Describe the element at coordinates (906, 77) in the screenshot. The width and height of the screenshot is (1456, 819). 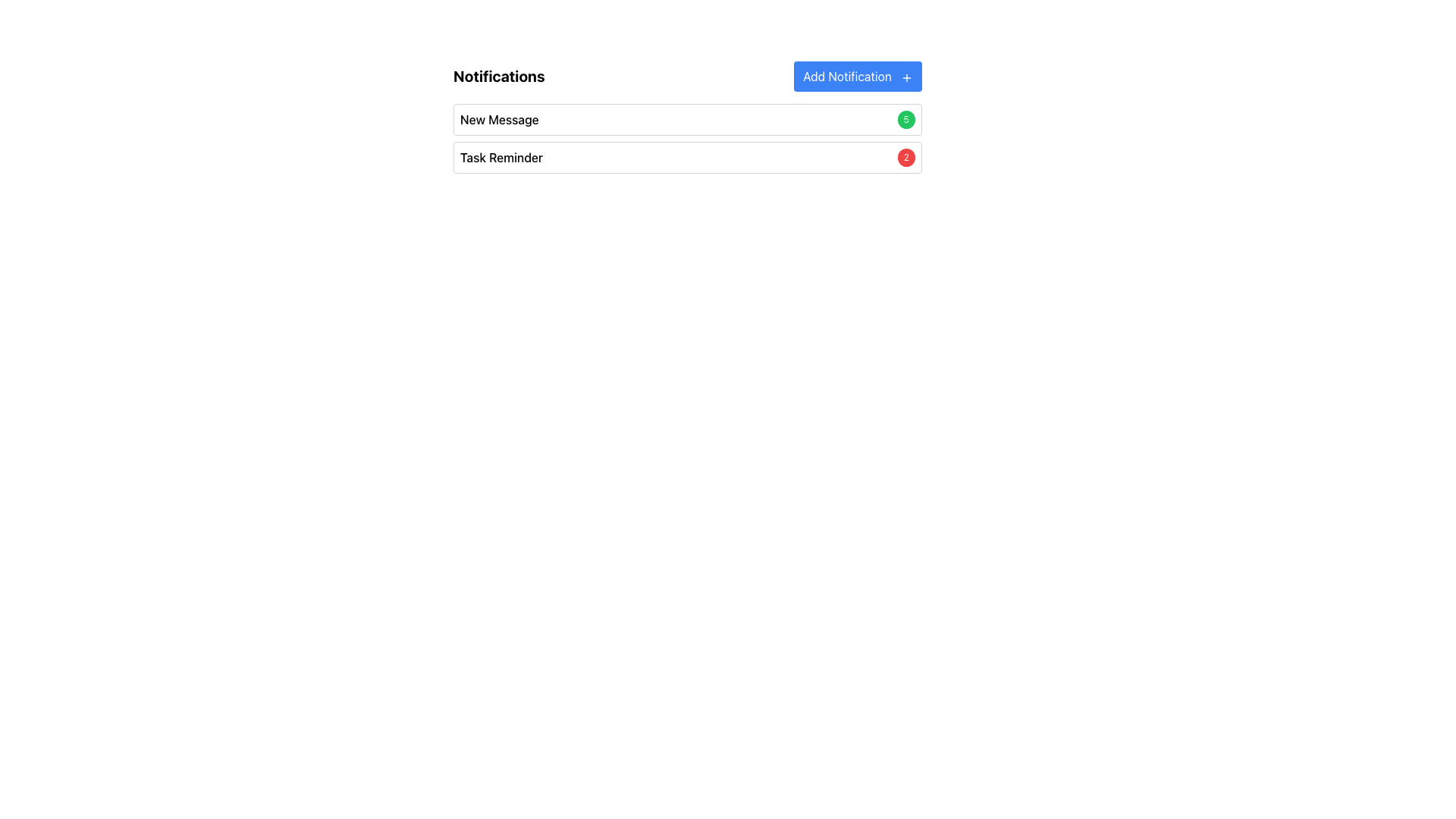
I see `the '+' icon located on the rightmost side of the 'Add Notification' button in the top-right section of the main interface` at that location.